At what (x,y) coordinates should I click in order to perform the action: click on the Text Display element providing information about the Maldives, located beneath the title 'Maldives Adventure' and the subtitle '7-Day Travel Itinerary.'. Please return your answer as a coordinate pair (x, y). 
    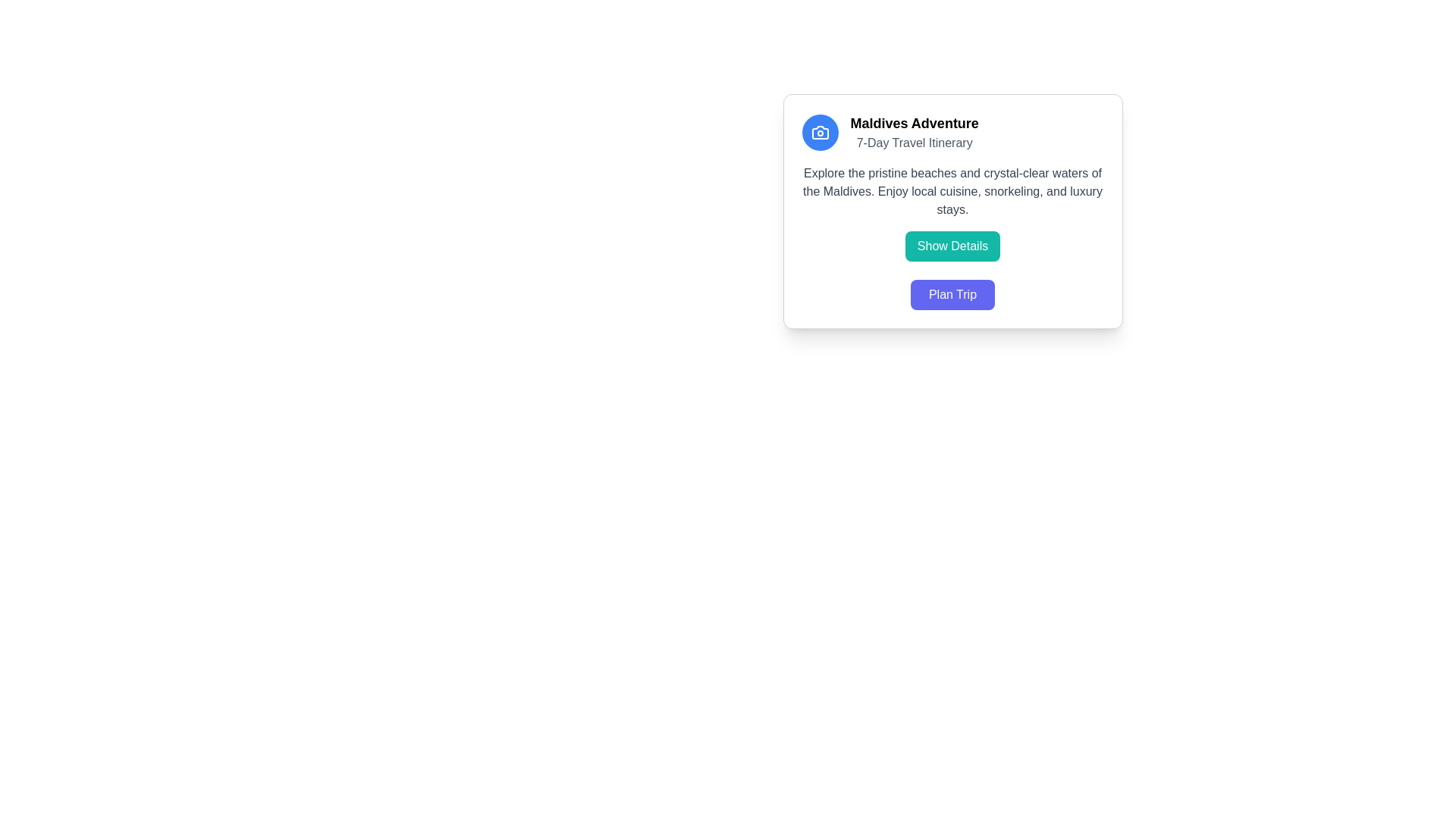
    Looking at the image, I should click on (952, 191).